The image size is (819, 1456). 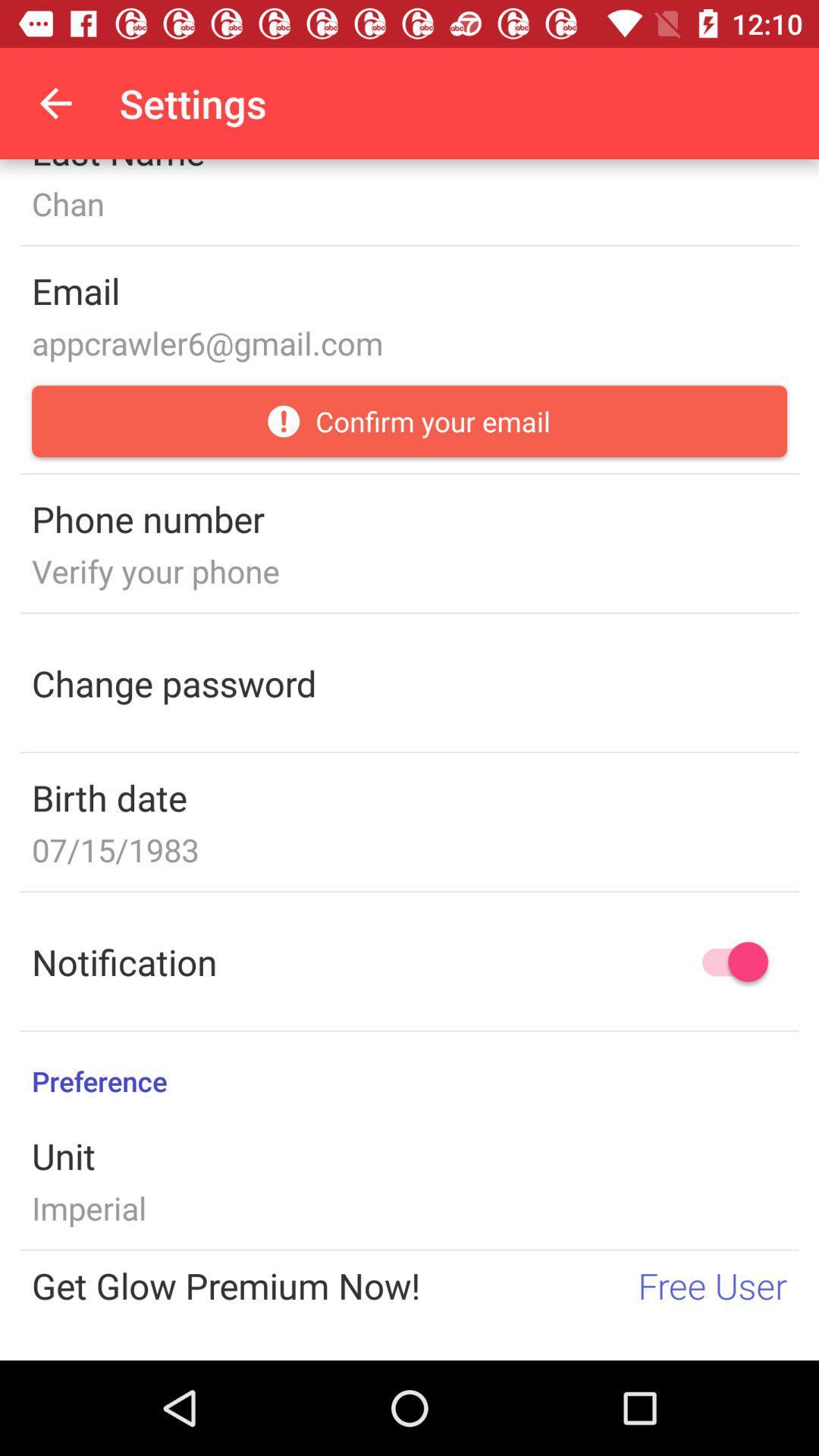 I want to click on the item to the left of settings icon, so click(x=55, y=102).